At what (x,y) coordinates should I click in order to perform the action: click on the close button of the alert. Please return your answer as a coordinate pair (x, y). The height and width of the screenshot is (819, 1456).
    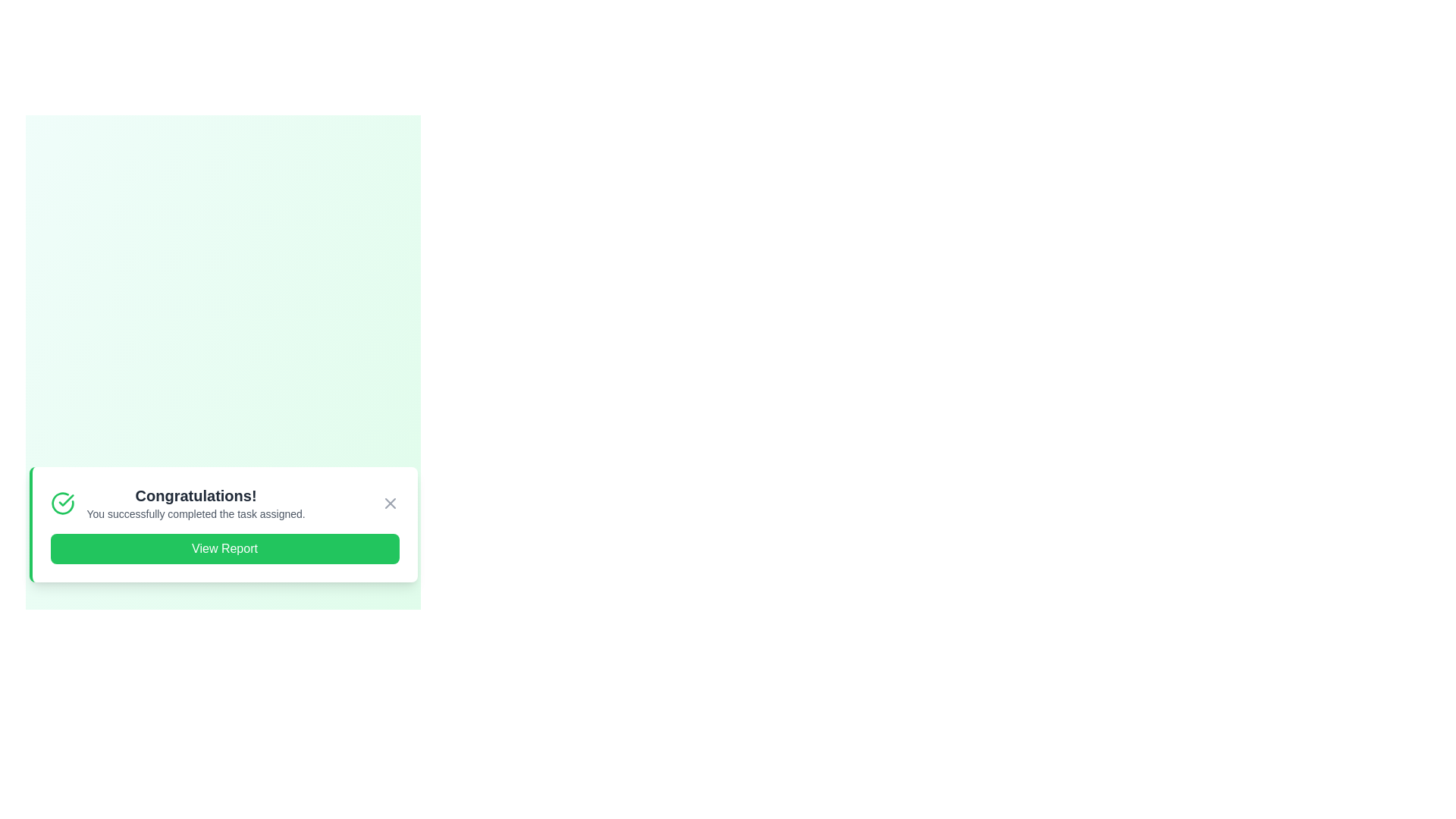
    Looking at the image, I should click on (390, 503).